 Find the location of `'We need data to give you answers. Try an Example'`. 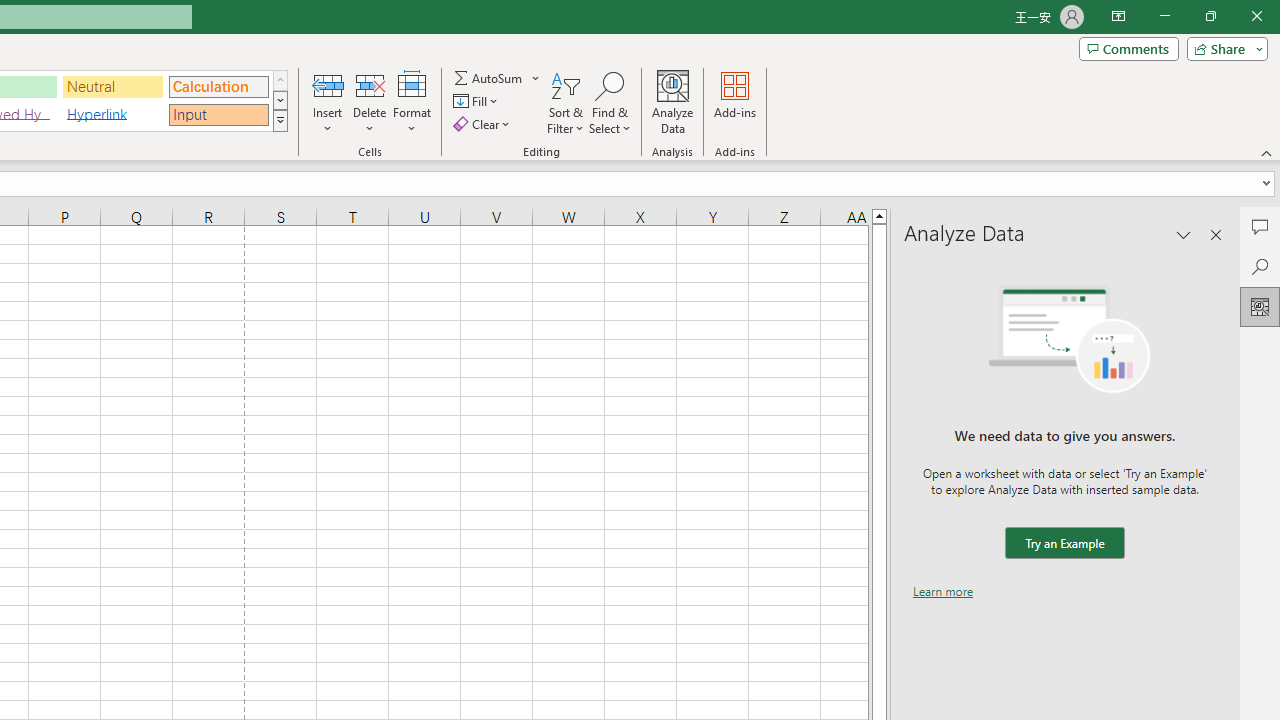

'We need data to give you answers. Try an Example' is located at coordinates (1063, 543).